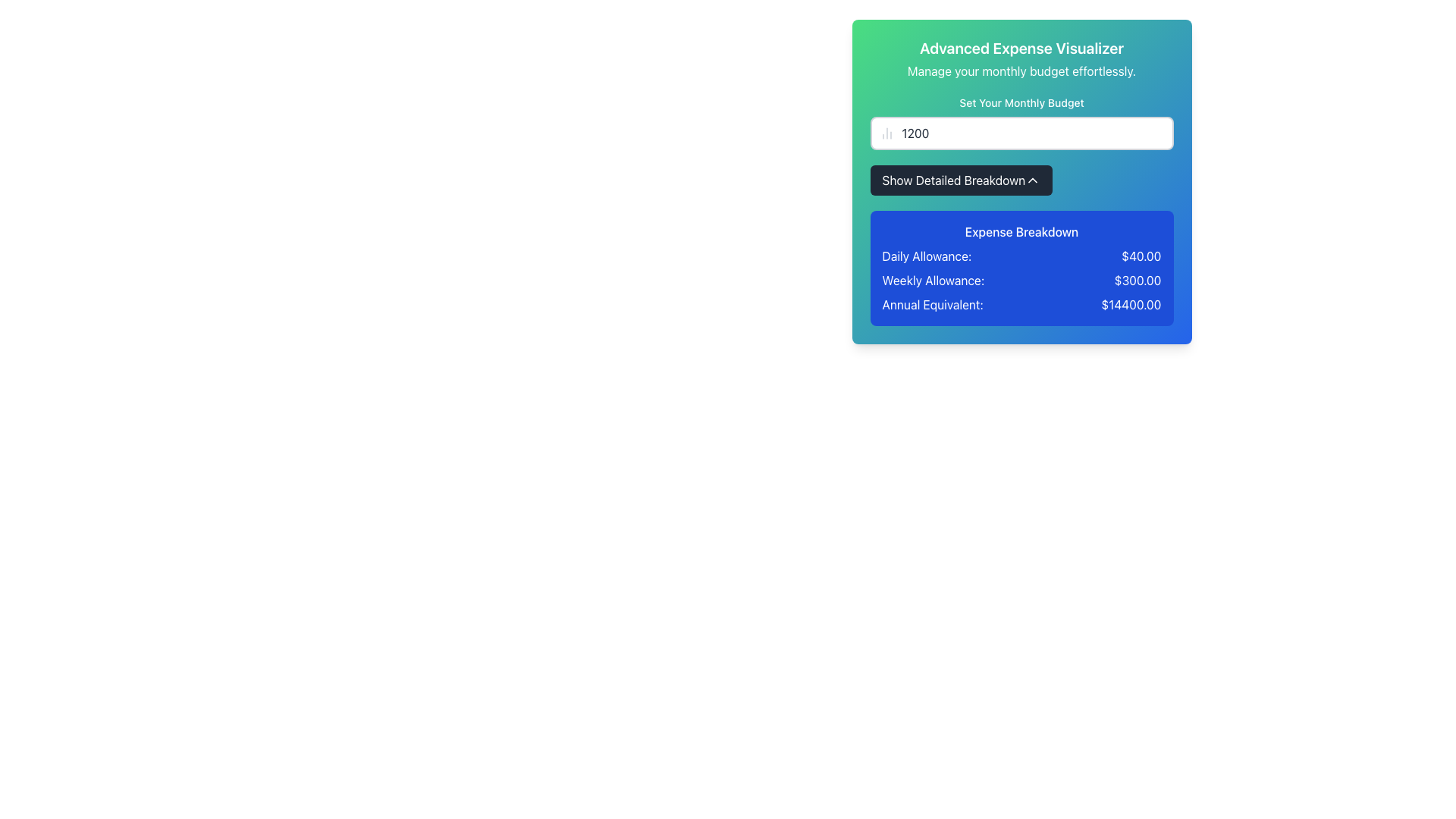 The image size is (1456, 819). What do you see at coordinates (1021, 102) in the screenshot?
I see `the Text Label that provides context and instructions for the user to enter their monthly budget, located directly above the input field` at bounding box center [1021, 102].